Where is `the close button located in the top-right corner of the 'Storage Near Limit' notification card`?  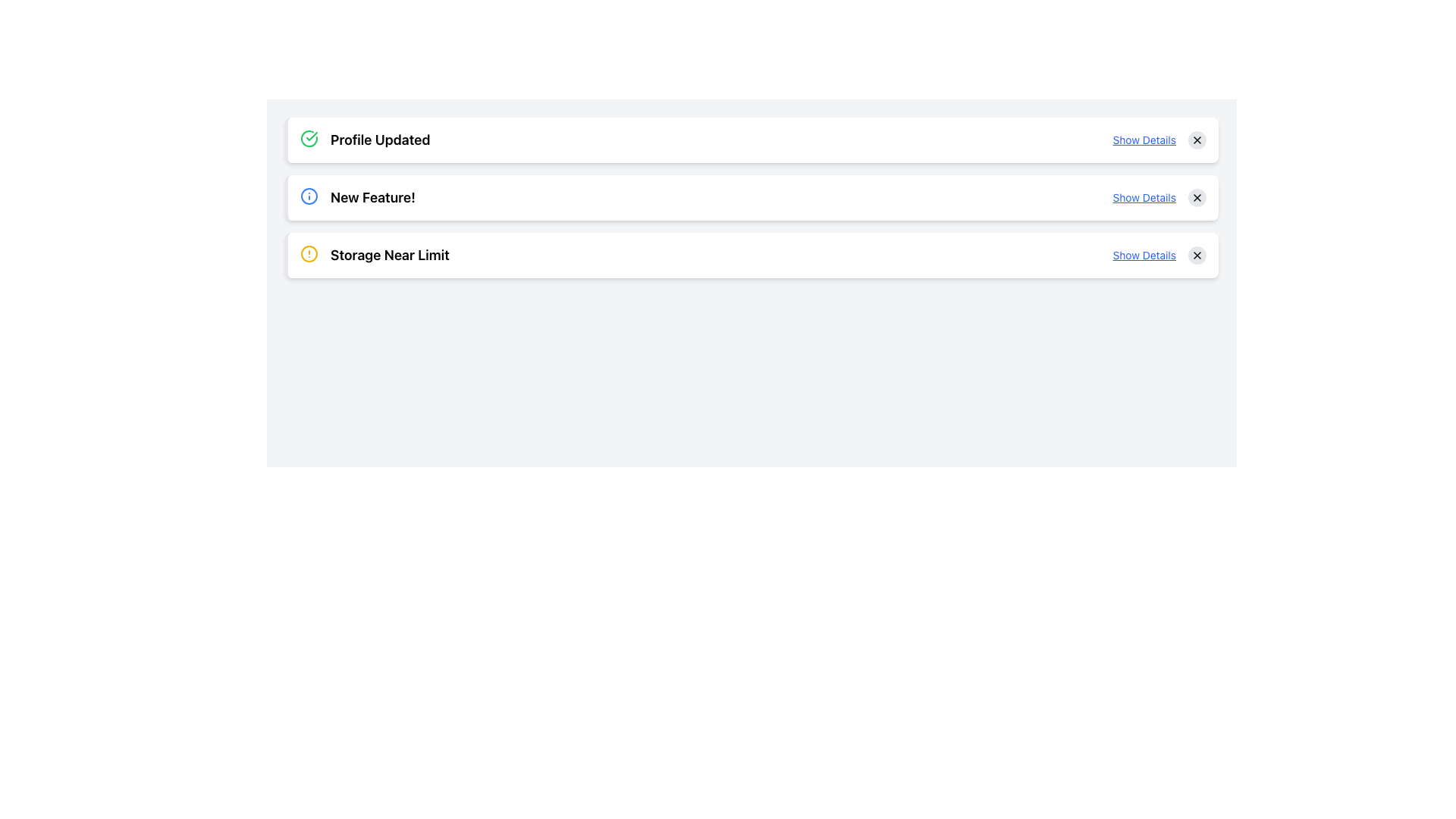
the close button located in the top-right corner of the 'Storage Near Limit' notification card is located at coordinates (1197, 254).